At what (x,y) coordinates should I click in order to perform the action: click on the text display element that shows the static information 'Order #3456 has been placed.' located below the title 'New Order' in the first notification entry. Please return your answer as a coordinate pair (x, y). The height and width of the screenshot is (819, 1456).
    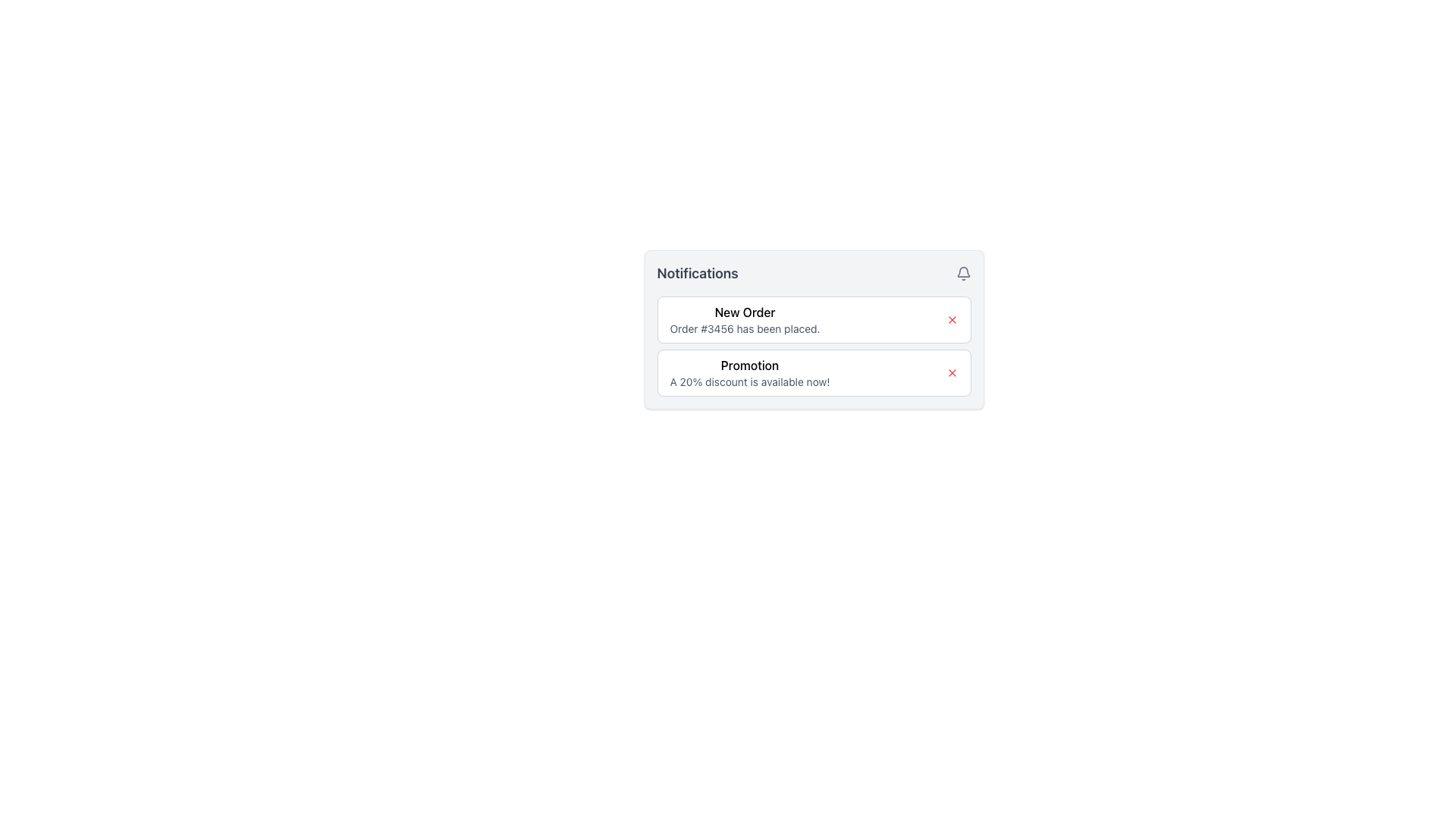
    Looking at the image, I should click on (745, 328).